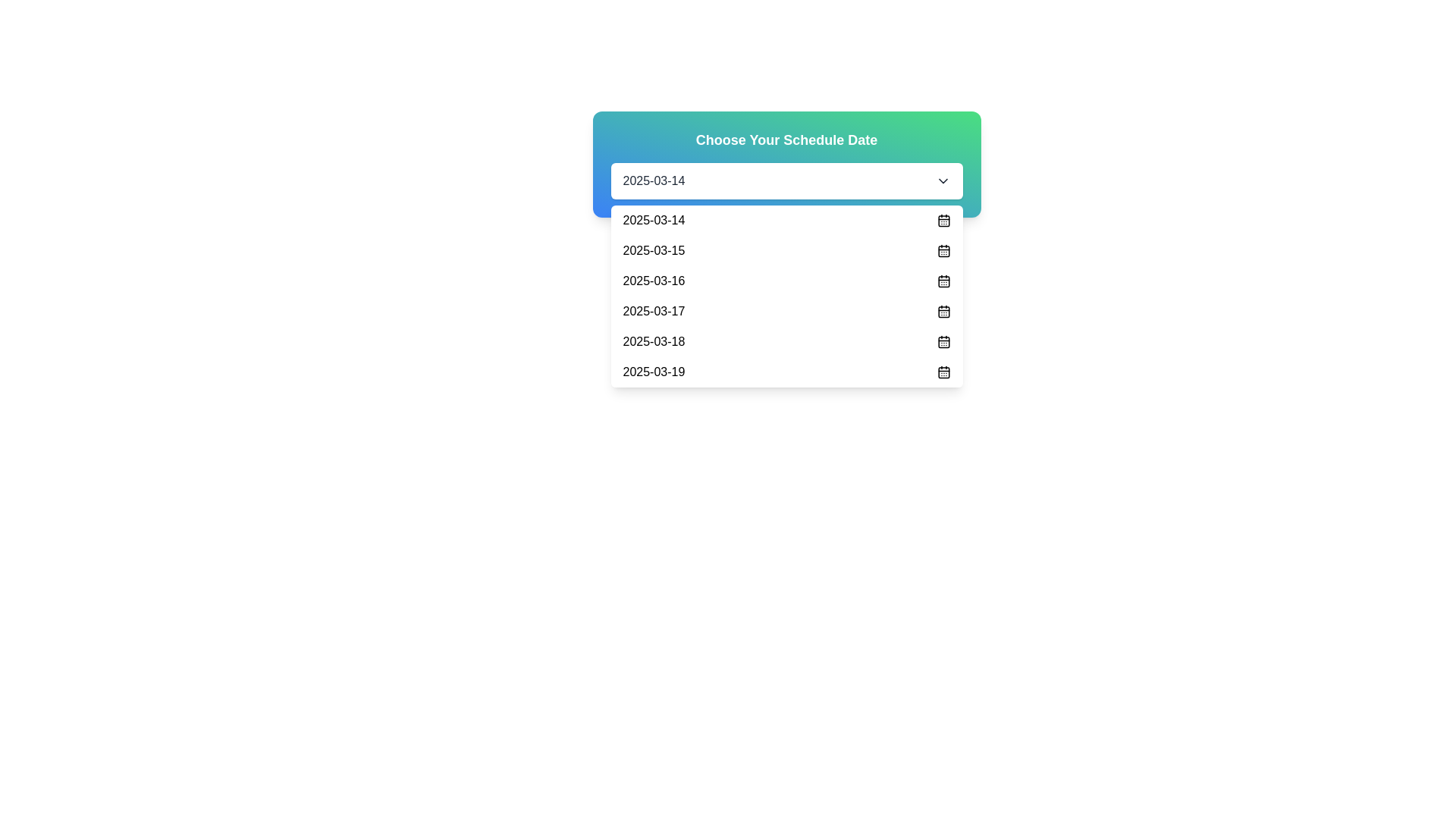 Image resolution: width=1456 pixels, height=819 pixels. What do you see at coordinates (943, 281) in the screenshot?
I see `the highlighted calendar icon associated with the date '2025-03-16' in the dropdown list` at bounding box center [943, 281].